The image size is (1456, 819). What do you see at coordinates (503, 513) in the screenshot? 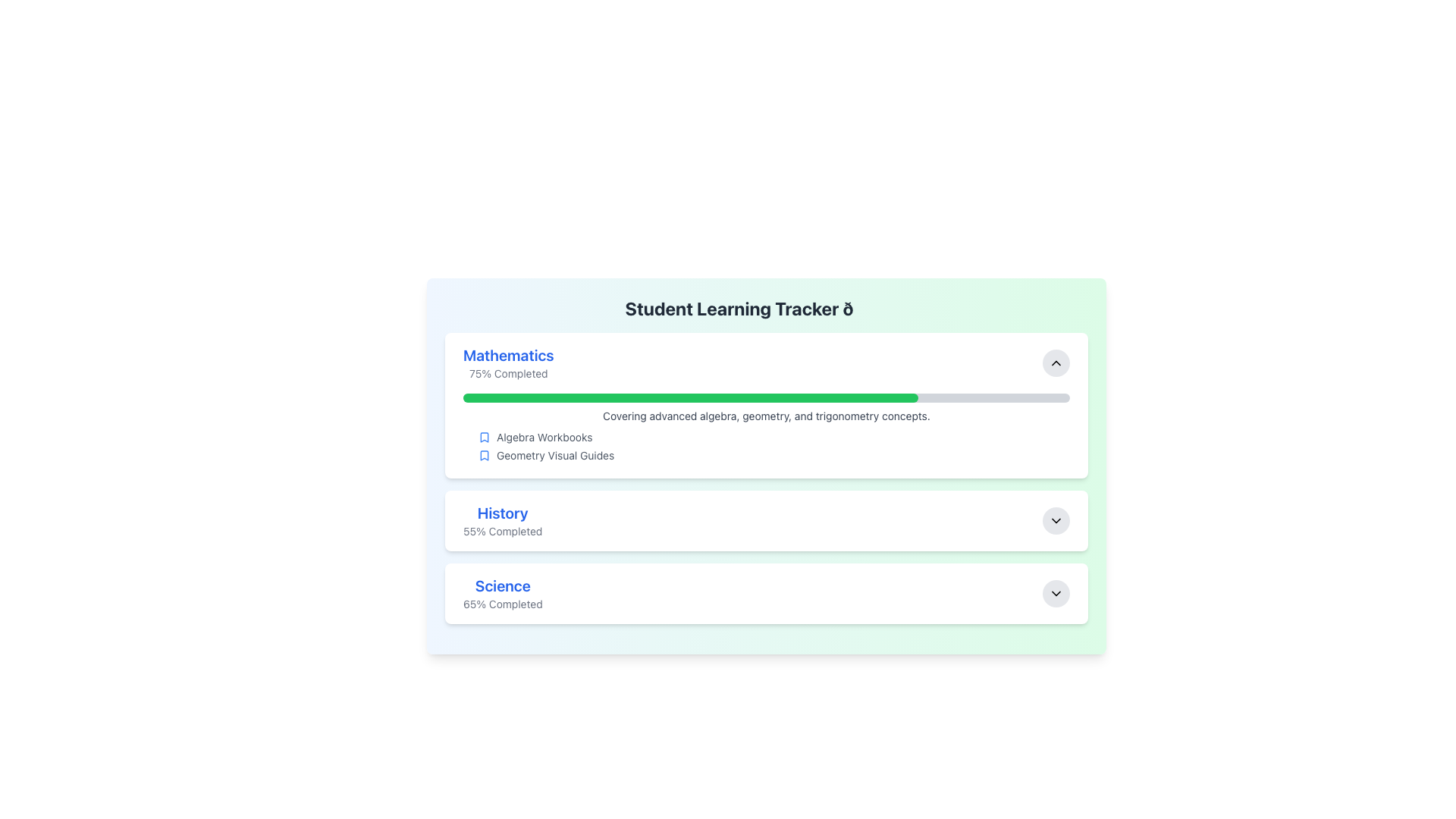
I see `the 'History' text label which is bold, larger, and blue, indicating a title above the '55% Completed' status label` at bounding box center [503, 513].